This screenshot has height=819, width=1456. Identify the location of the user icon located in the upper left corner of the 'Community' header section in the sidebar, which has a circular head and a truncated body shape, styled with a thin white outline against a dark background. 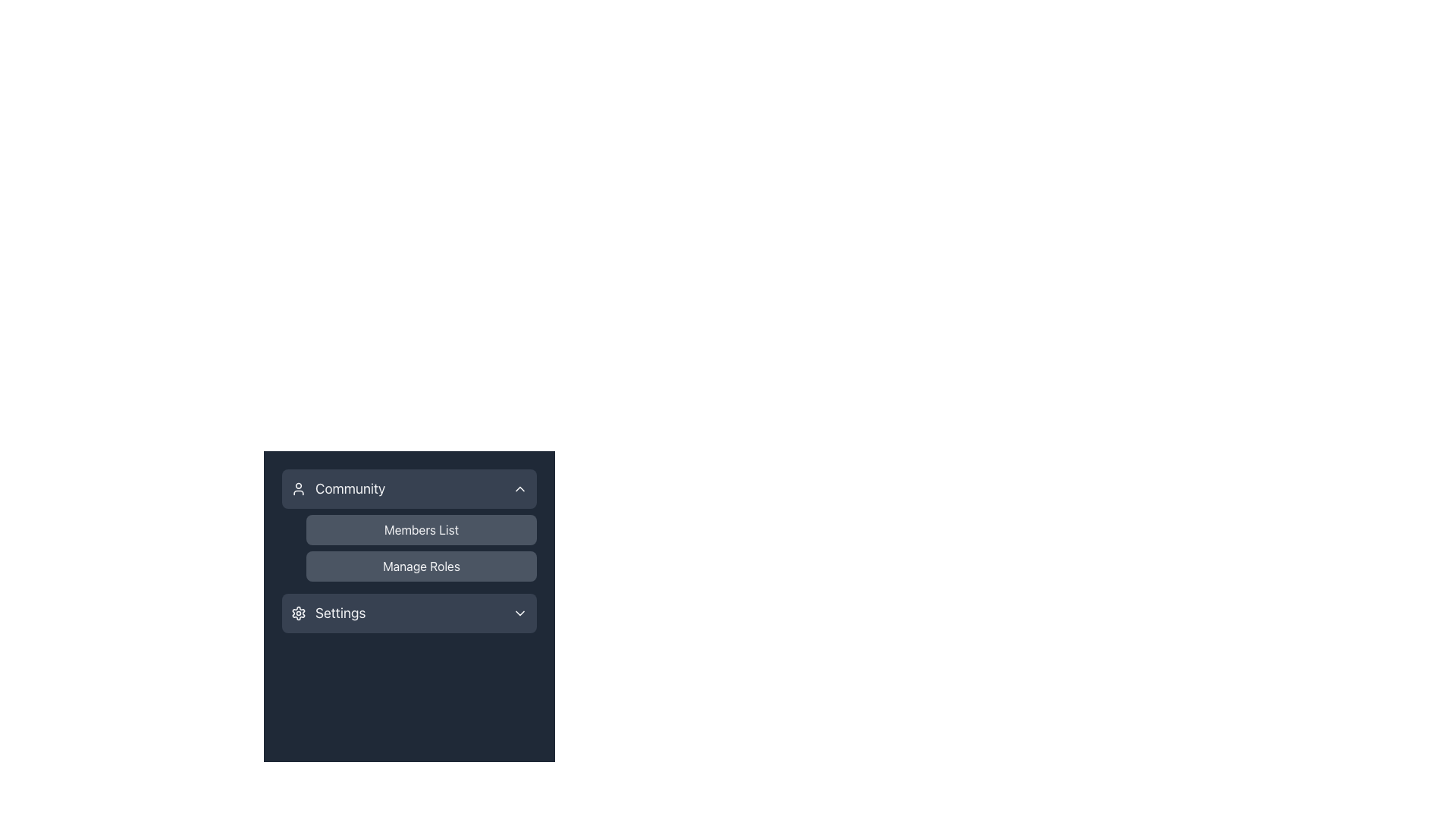
(298, 488).